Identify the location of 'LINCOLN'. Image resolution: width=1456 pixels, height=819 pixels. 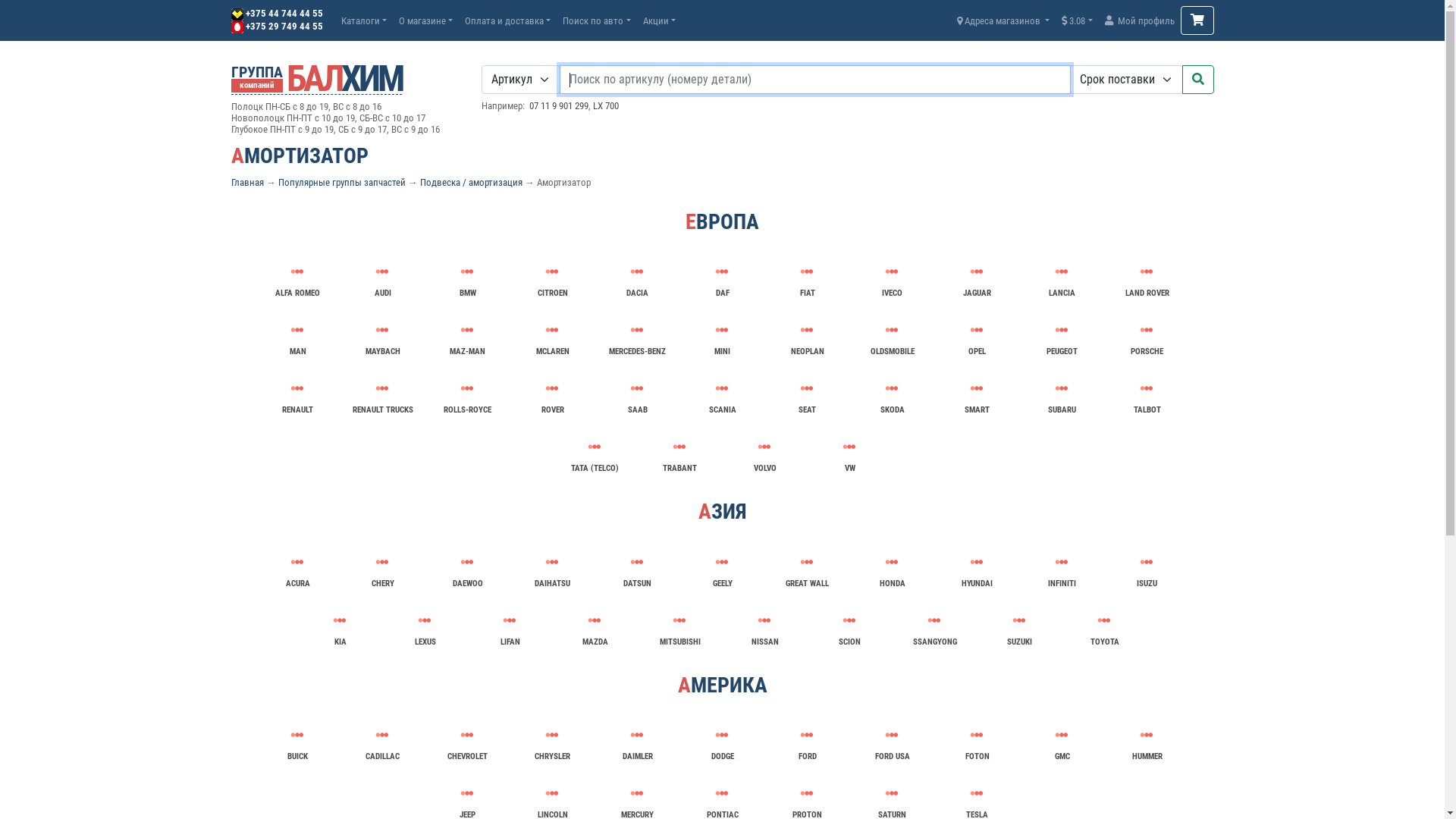
(551, 792).